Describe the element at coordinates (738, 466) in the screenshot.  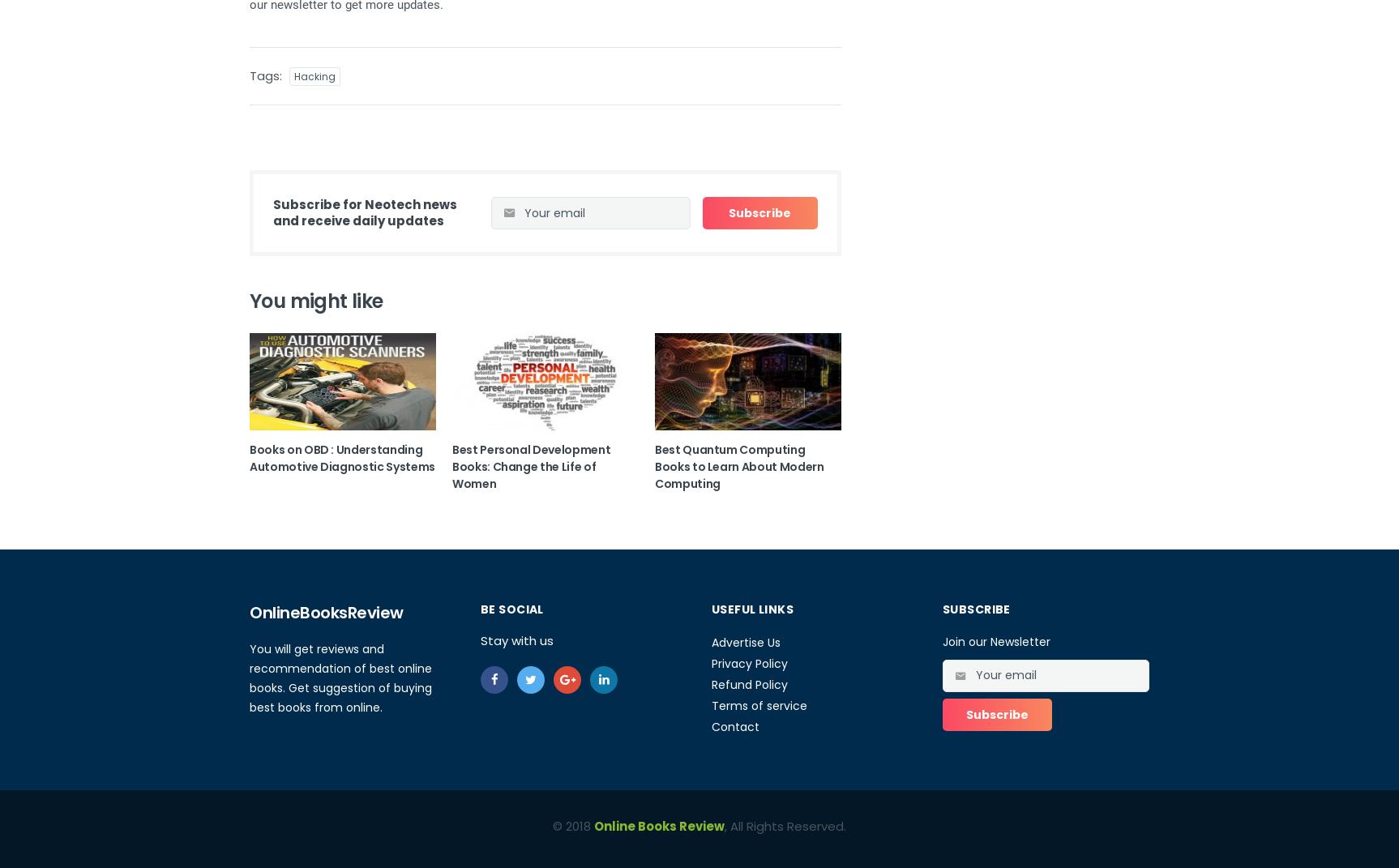
I see `'Best Quantum Computing Books to Learn About Modern Computing'` at that location.